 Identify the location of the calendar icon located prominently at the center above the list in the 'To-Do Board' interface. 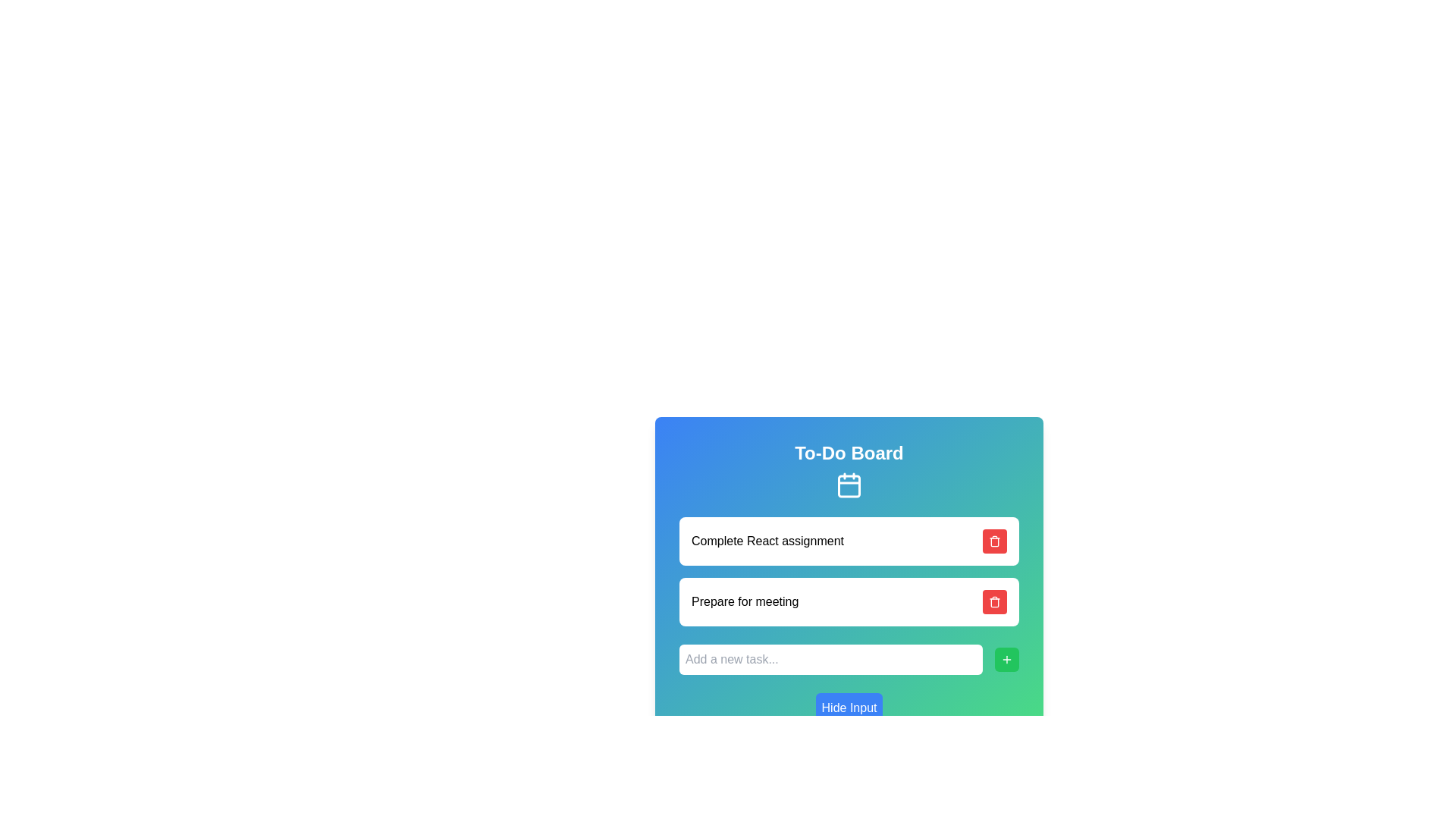
(848, 485).